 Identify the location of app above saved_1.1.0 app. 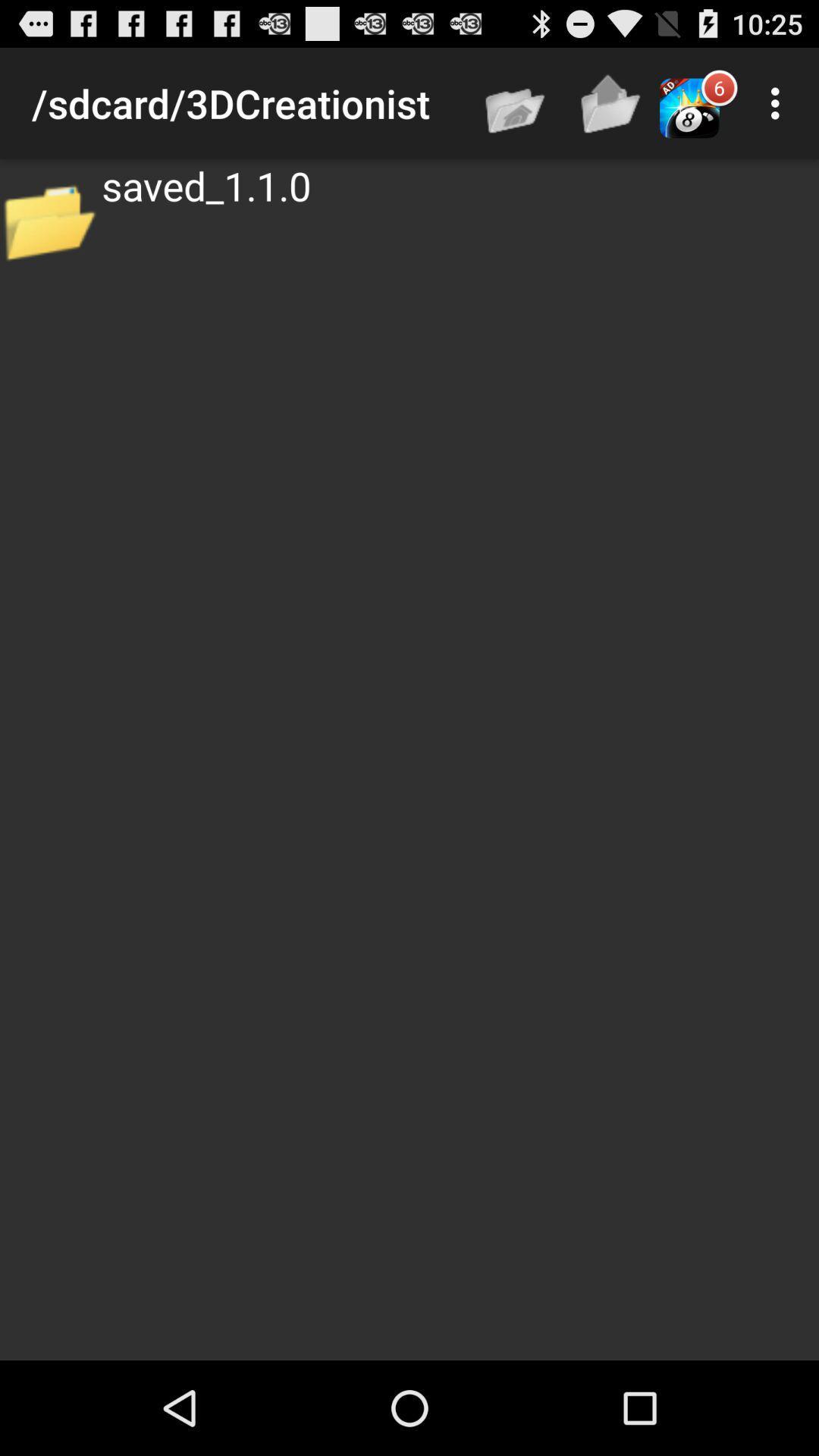
(516, 102).